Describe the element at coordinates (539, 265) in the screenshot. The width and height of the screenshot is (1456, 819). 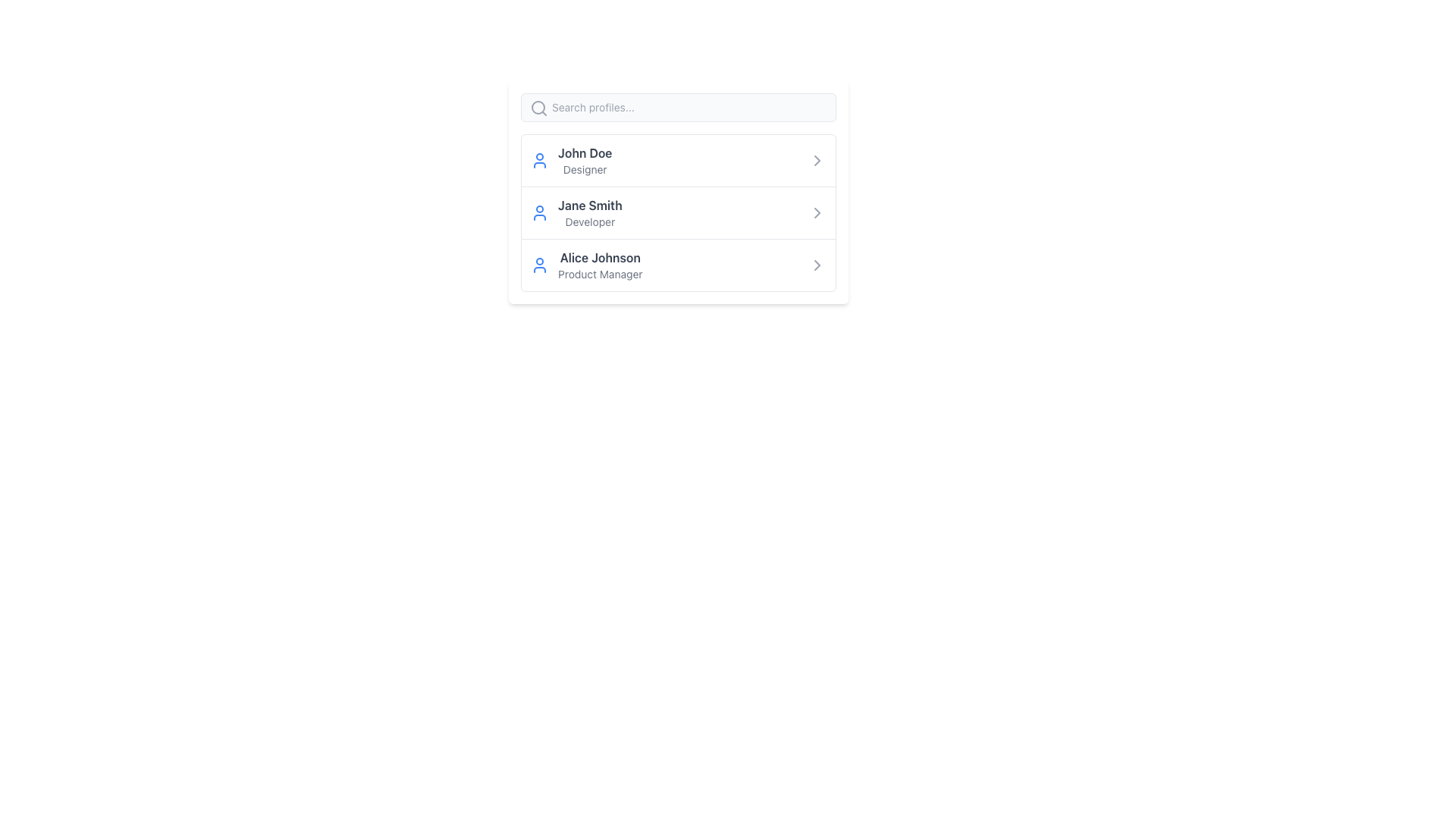
I see `the user avatar icon for 'Alice Johnson', which serves as a visual representation for the user, located at the beginning of the row with the texts 'Alice Johnson' and 'Product Manager'` at that location.